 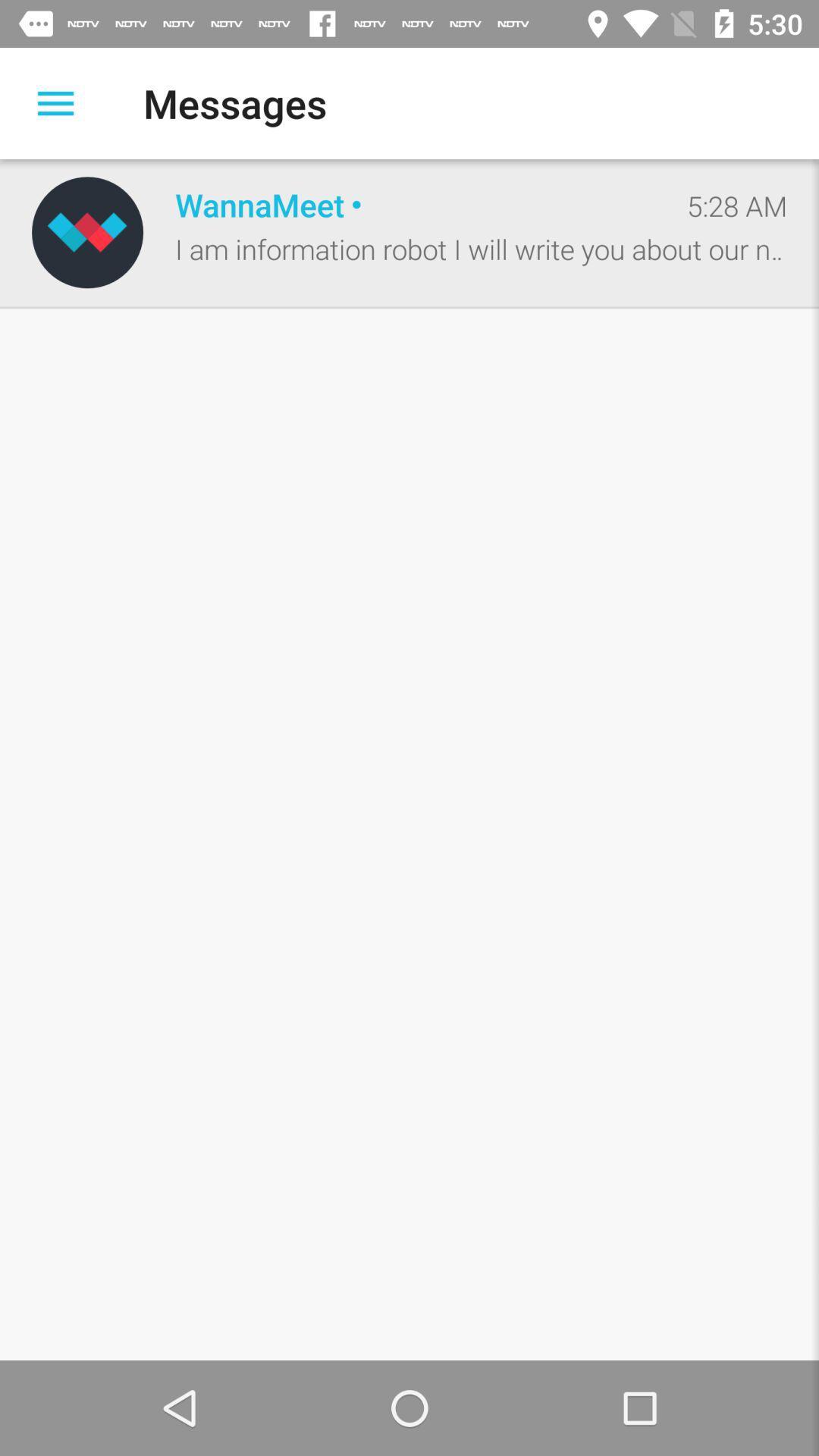 What do you see at coordinates (87, 231) in the screenshot?
I see `item next to wannameet   item` at bounding box center [87, 231].